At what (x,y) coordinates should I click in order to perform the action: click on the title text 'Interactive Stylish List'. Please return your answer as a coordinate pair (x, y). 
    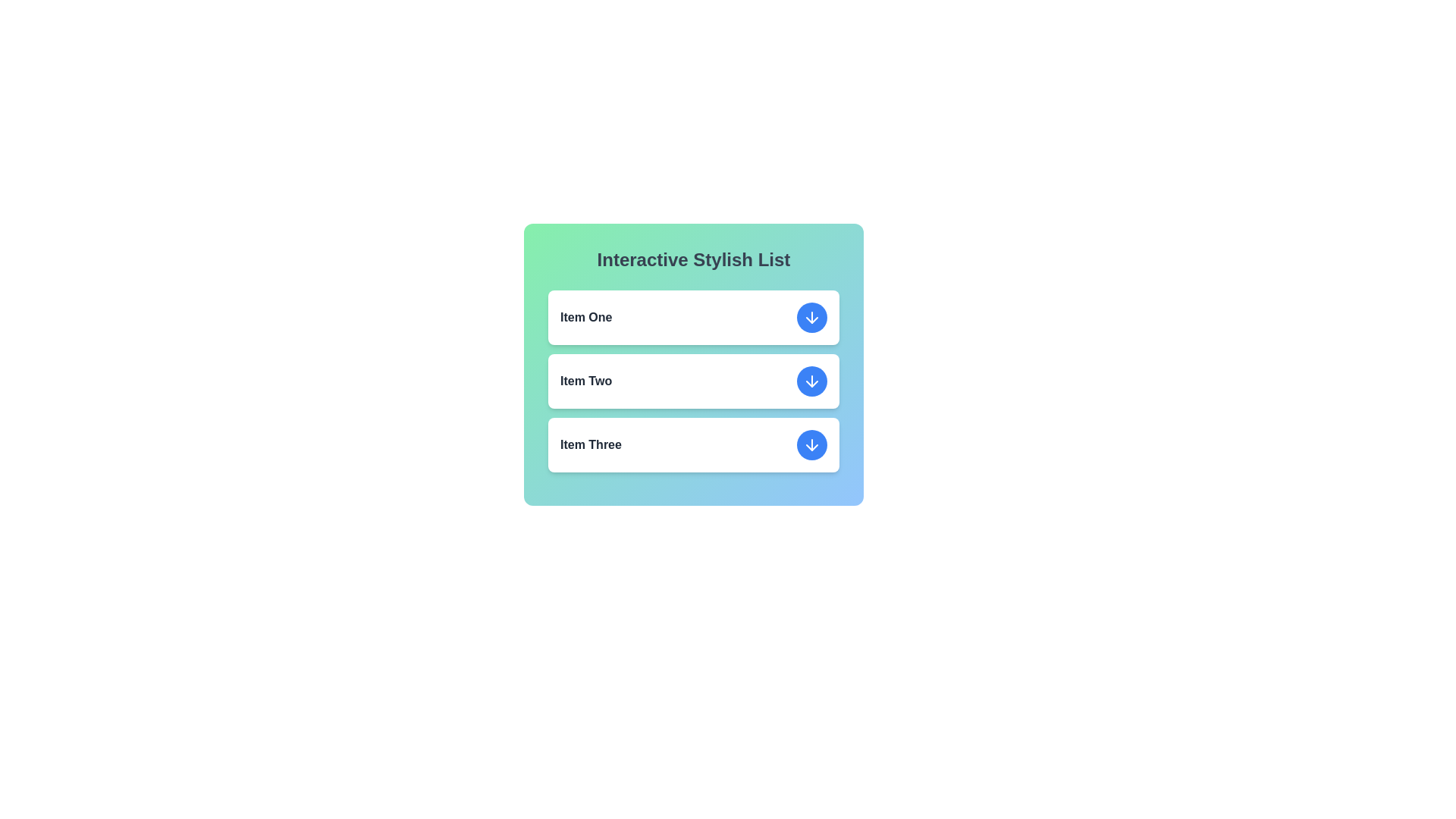
    Looking at the image, I should click on (693, 259).